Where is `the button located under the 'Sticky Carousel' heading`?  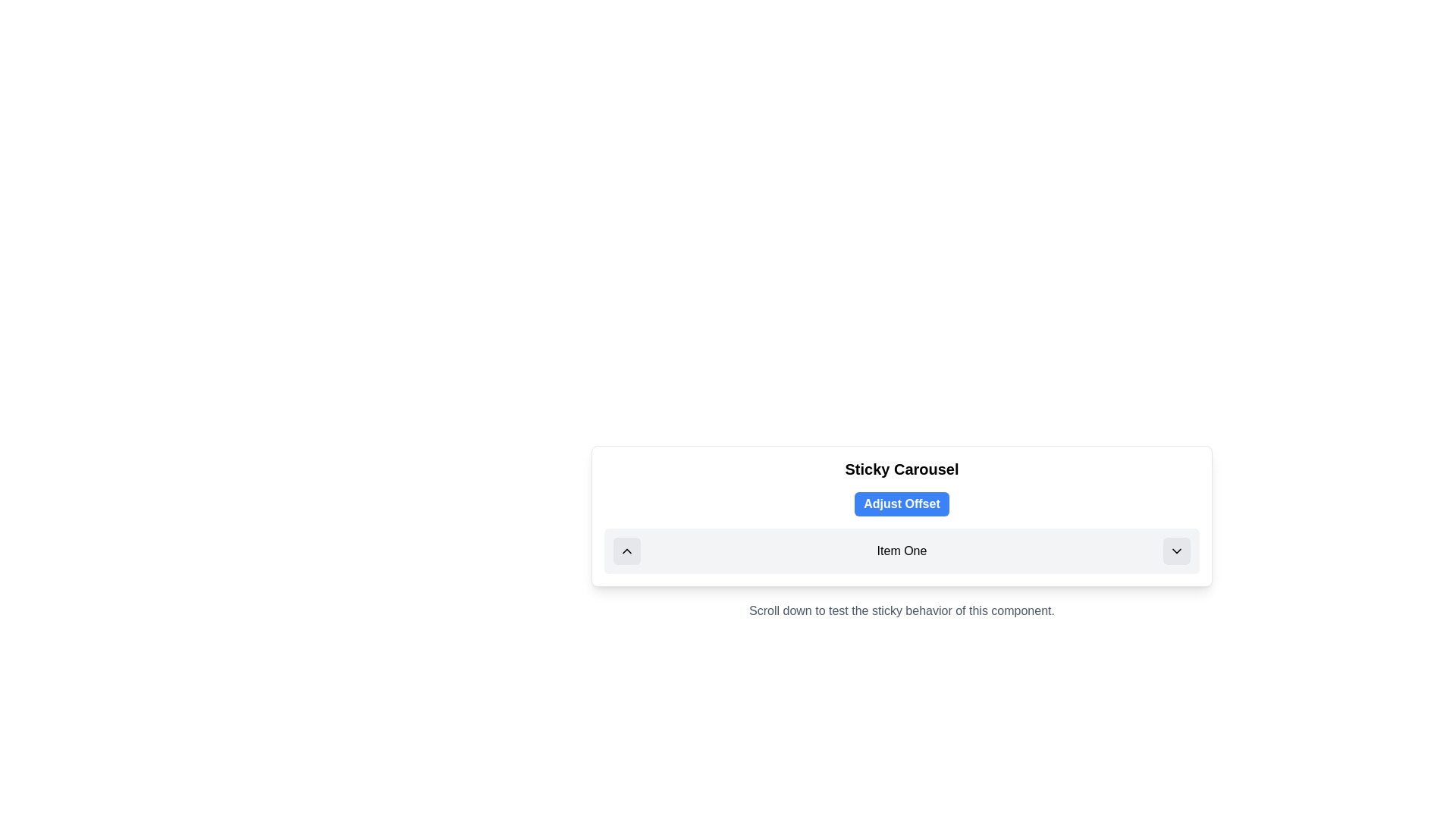 the button located under the 'Sticky Carousel' heading is located at coordinates (902, 516).